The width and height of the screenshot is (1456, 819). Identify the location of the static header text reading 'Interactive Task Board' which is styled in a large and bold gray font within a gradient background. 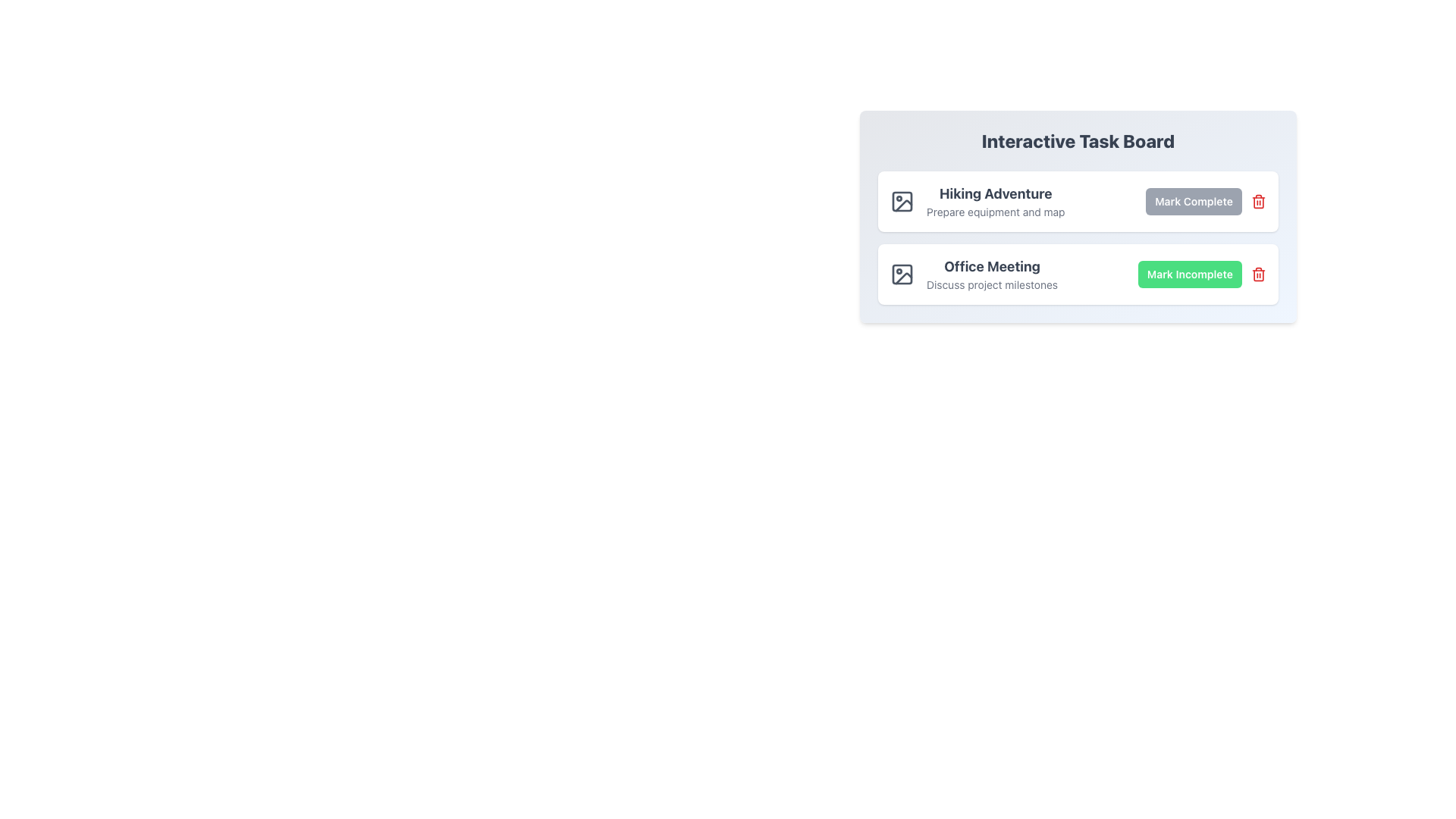
(1077, 140).